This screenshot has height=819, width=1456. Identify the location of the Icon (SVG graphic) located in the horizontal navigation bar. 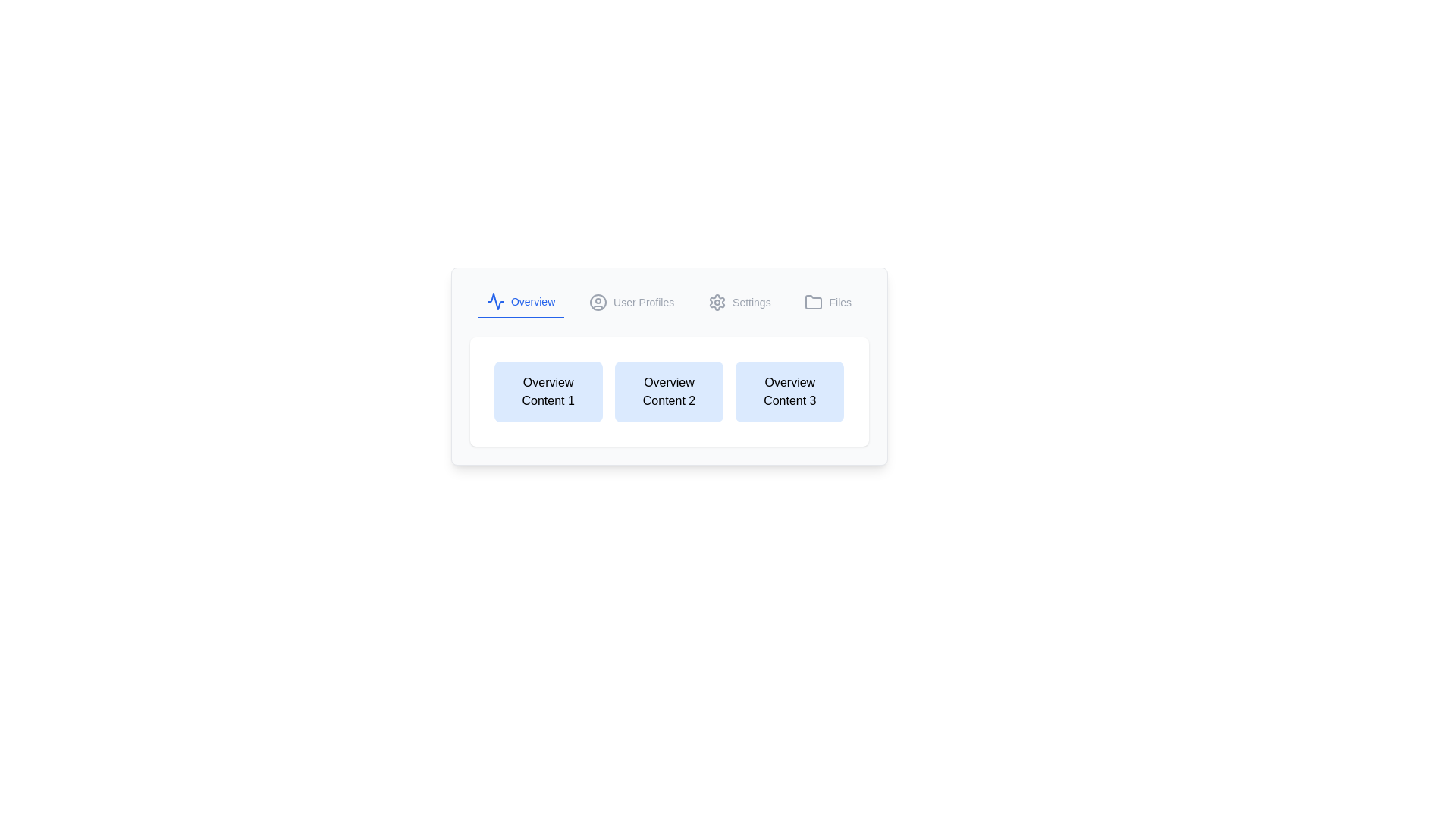
(495, 301).